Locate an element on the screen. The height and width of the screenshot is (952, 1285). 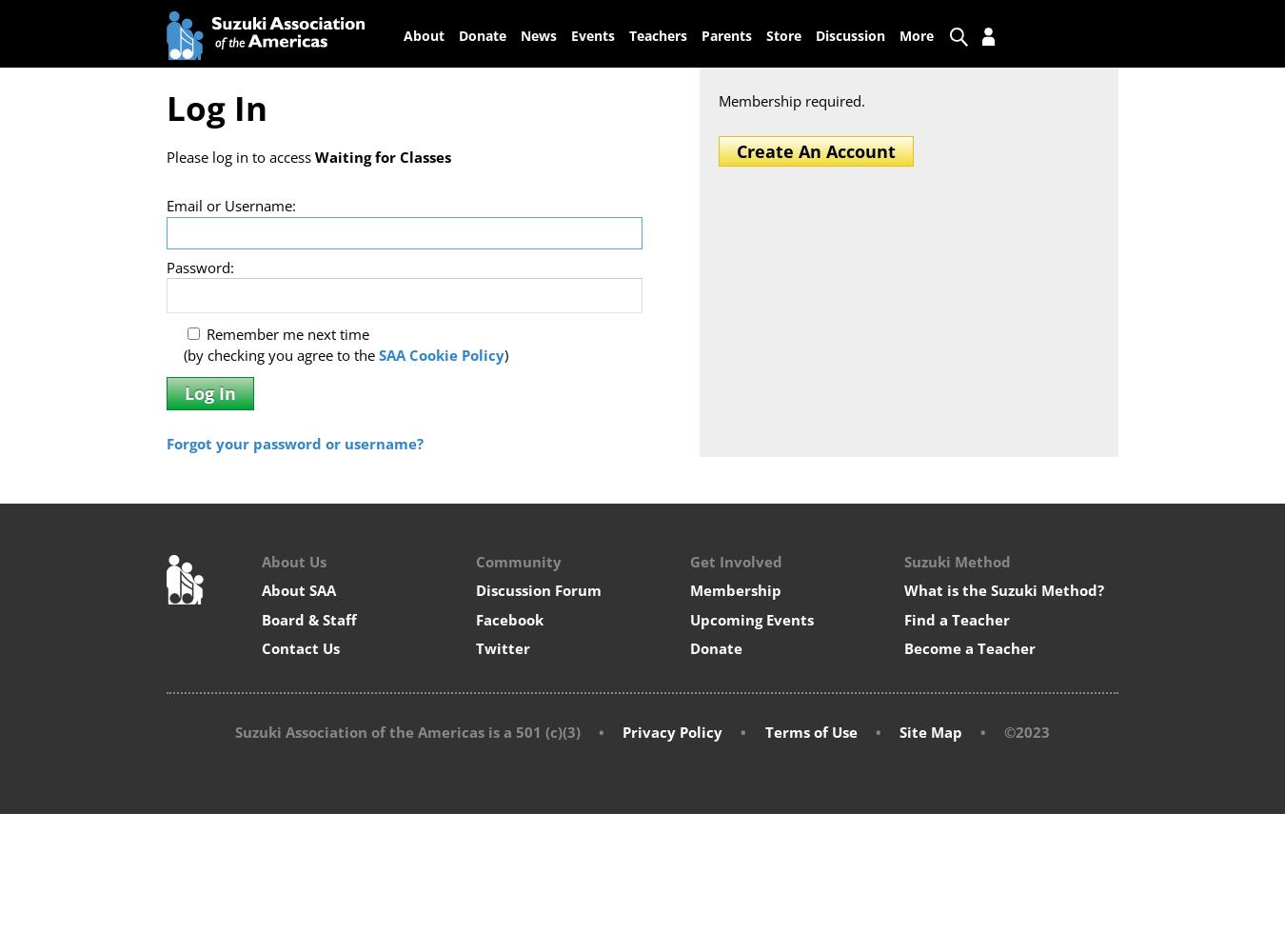
'About SAA' is located at coordinates (298, 589).